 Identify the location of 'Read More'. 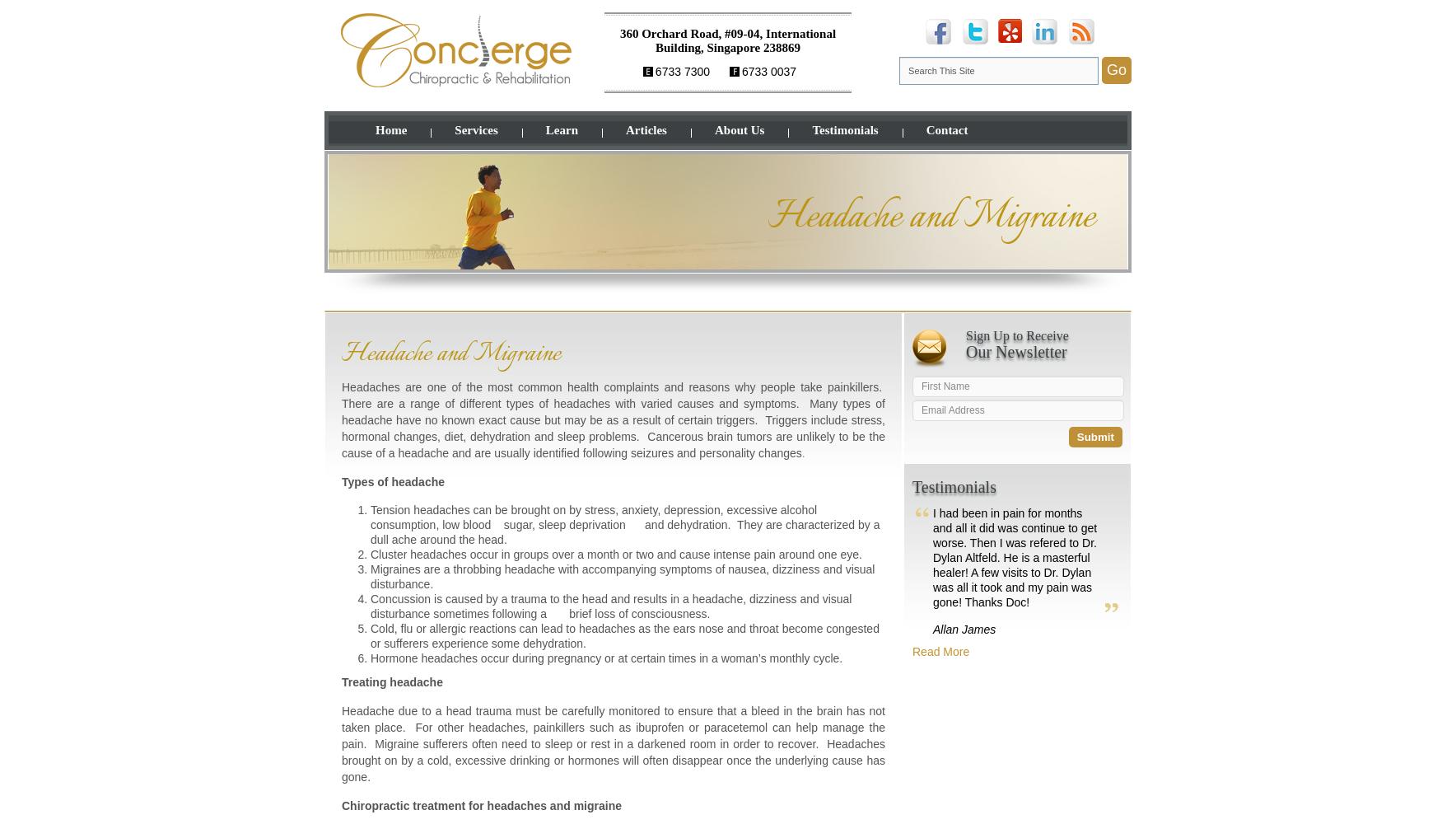
(912, 652).